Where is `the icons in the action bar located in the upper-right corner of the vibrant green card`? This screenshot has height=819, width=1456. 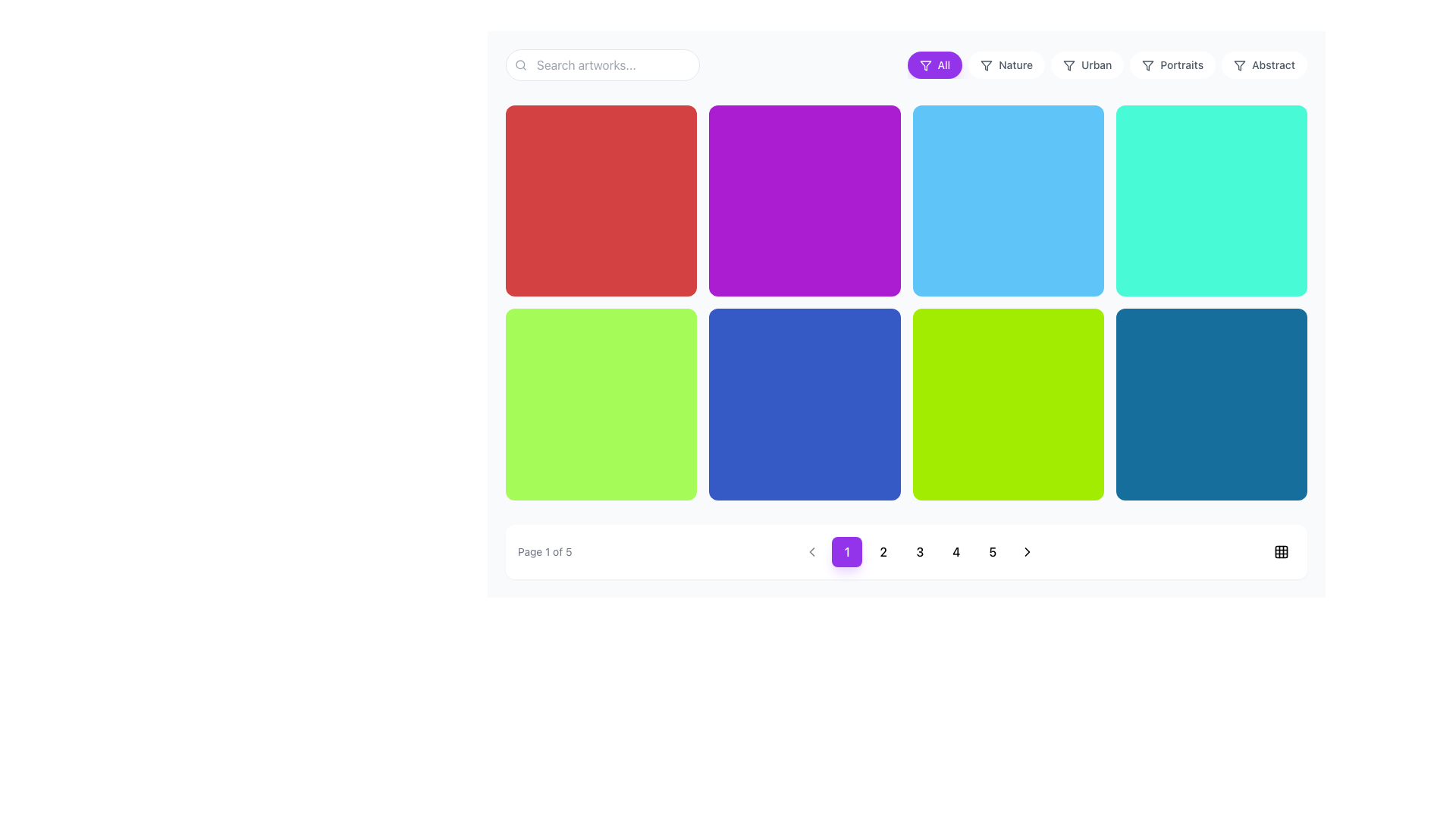 the icons in the action bar located in the upper-right corner of the vibrant green card is located at coordinates (1071, 337).